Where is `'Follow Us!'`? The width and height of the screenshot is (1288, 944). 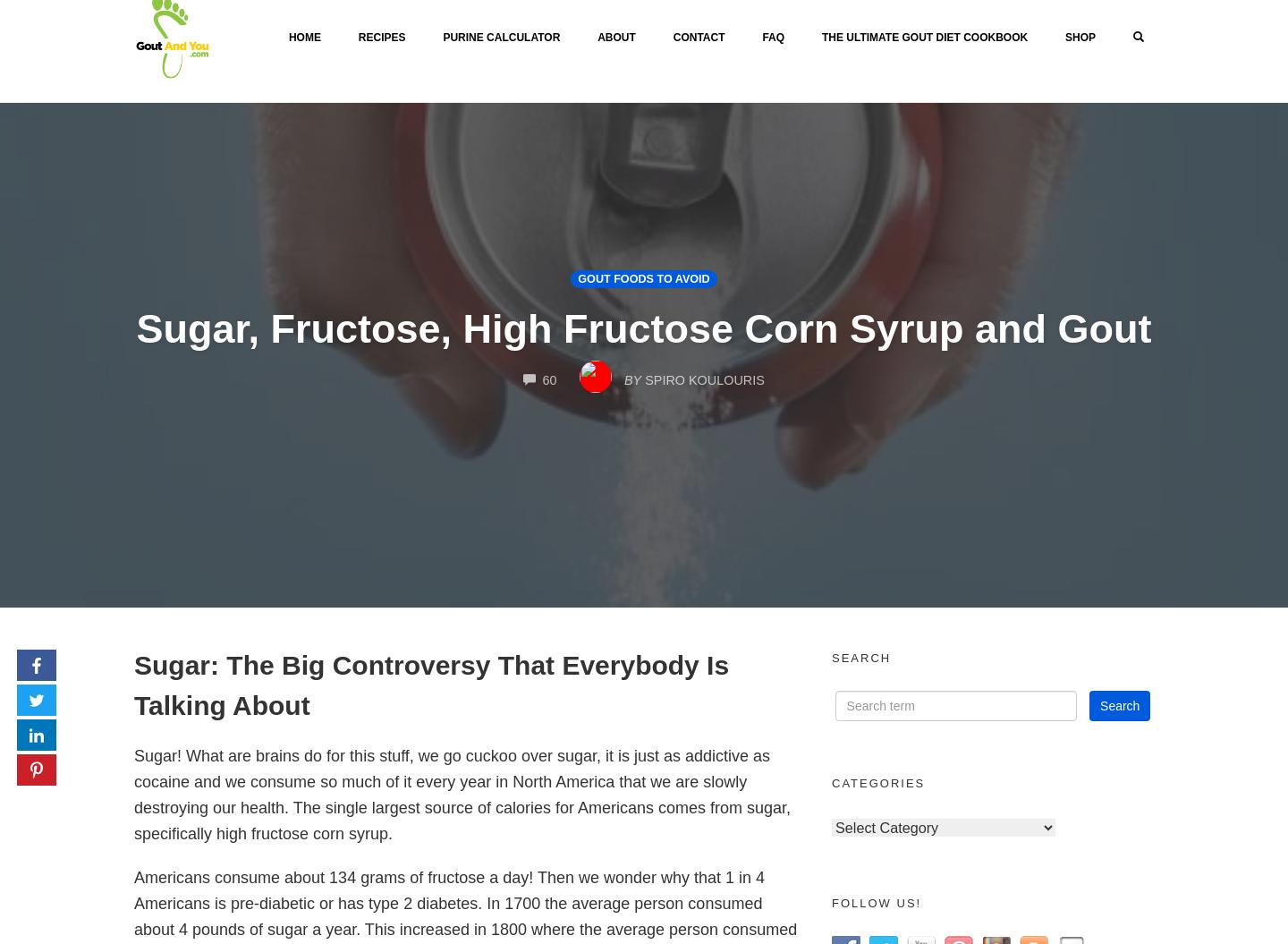
'Follow Us!' is located at coordinates (876, 901).